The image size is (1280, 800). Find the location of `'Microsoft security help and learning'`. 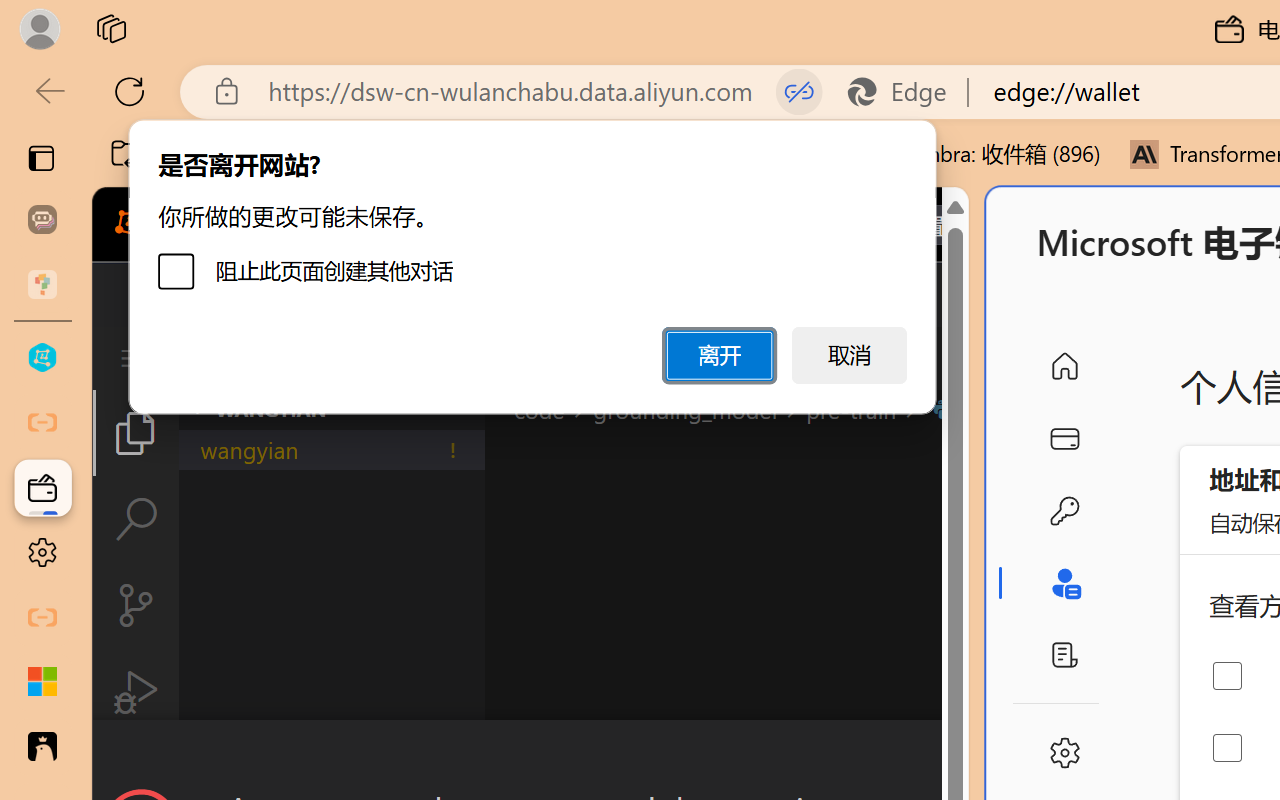

'Microsoft security help and learning' is located at coordinates (42, 682).